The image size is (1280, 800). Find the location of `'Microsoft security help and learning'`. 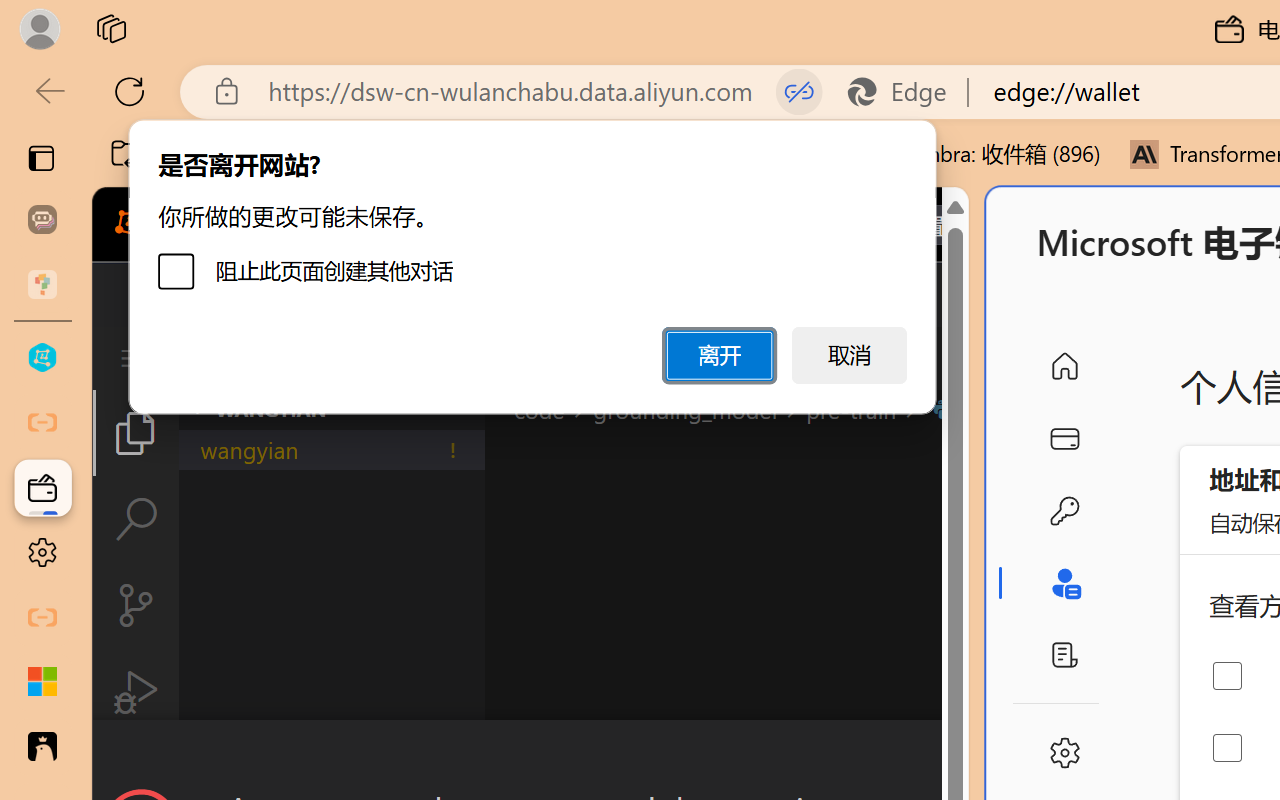

'Microsoft security help and learning' is located at coordinates (42, 682).